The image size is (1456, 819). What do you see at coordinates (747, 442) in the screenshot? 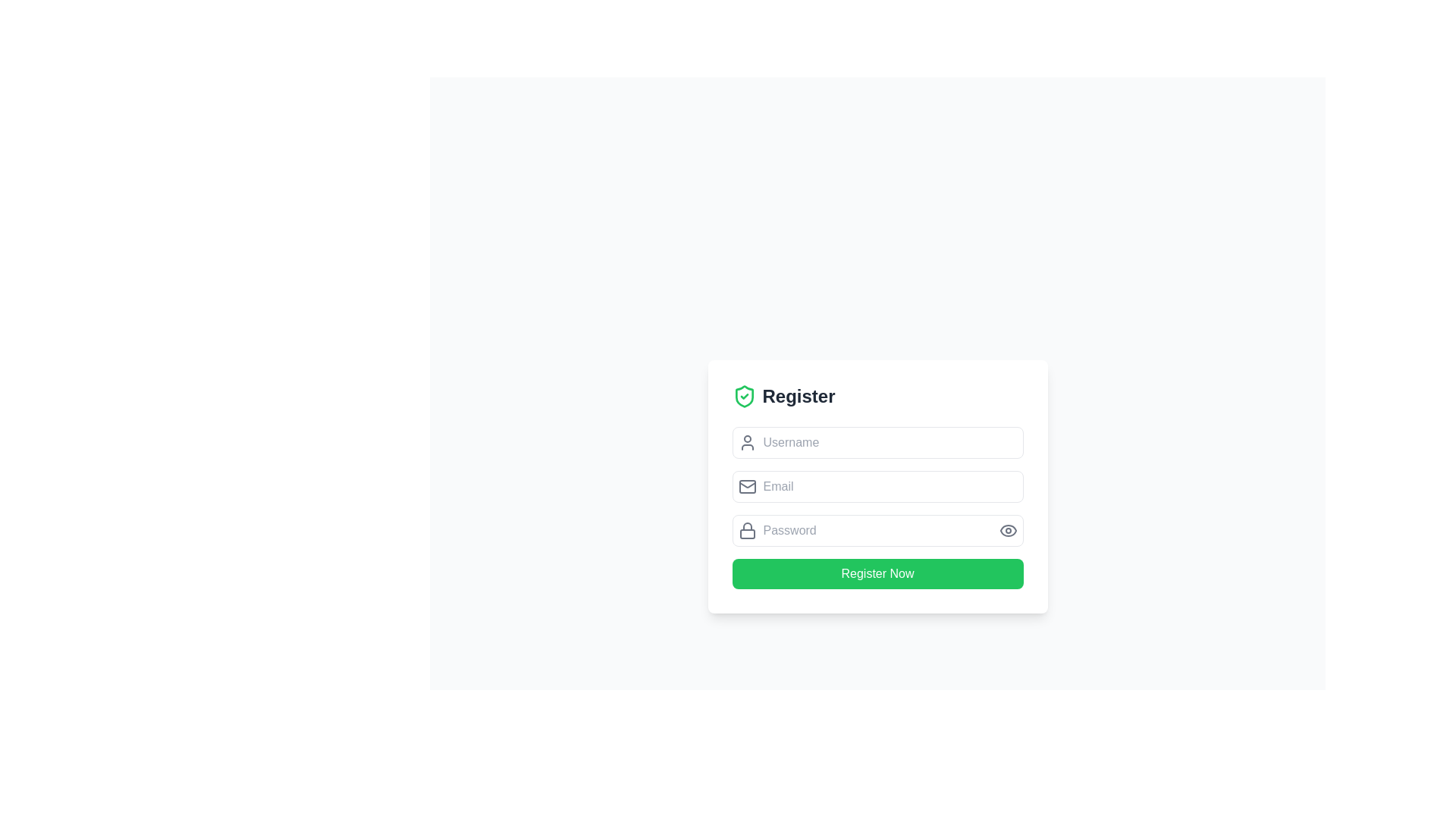
I see `the visual indicator icon for the username field located on the left side of the input field in the registration form` at bounding box center [747, 442].